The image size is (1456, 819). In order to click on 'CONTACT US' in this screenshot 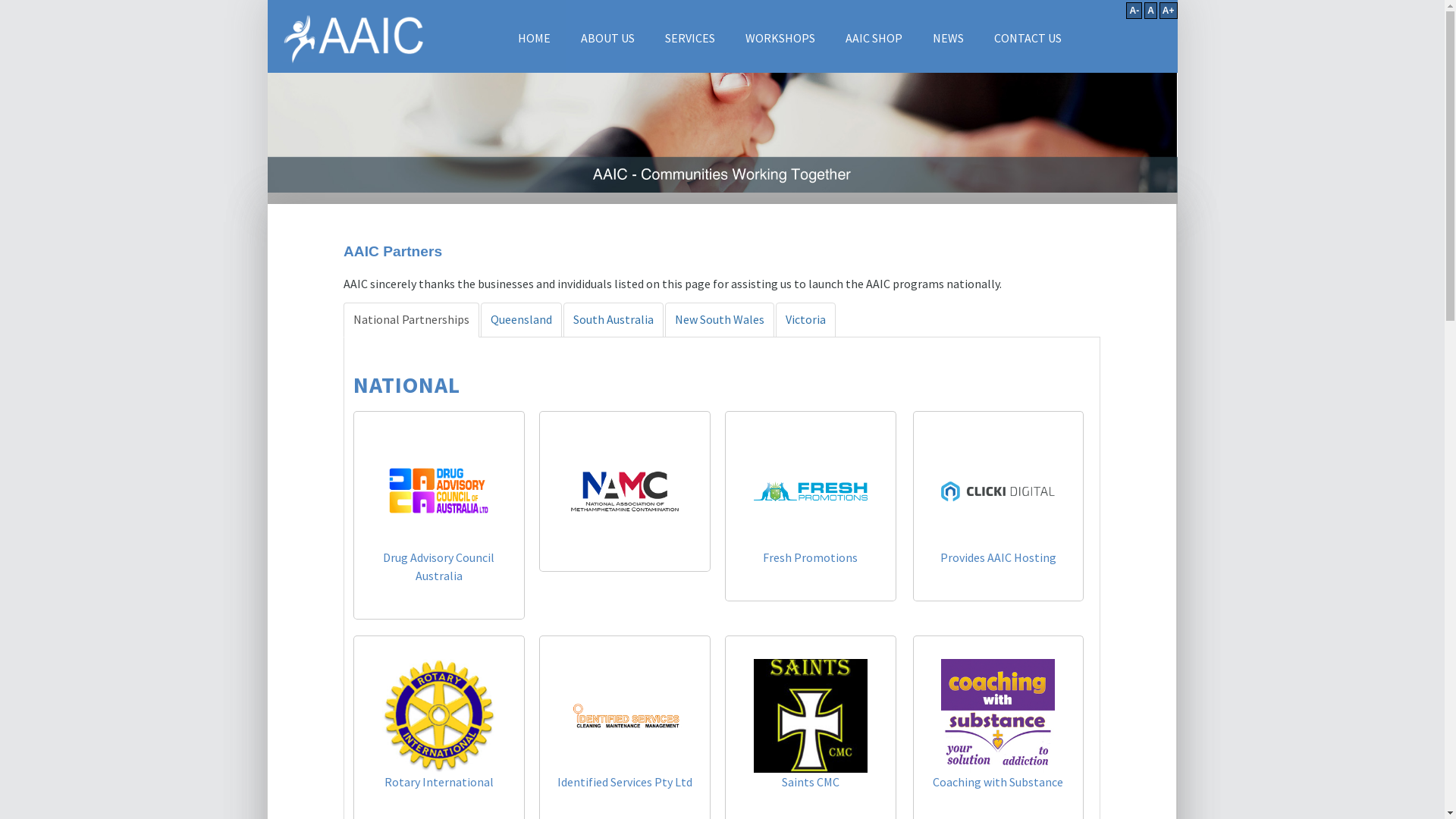, I will do `click(1027, 37)`.